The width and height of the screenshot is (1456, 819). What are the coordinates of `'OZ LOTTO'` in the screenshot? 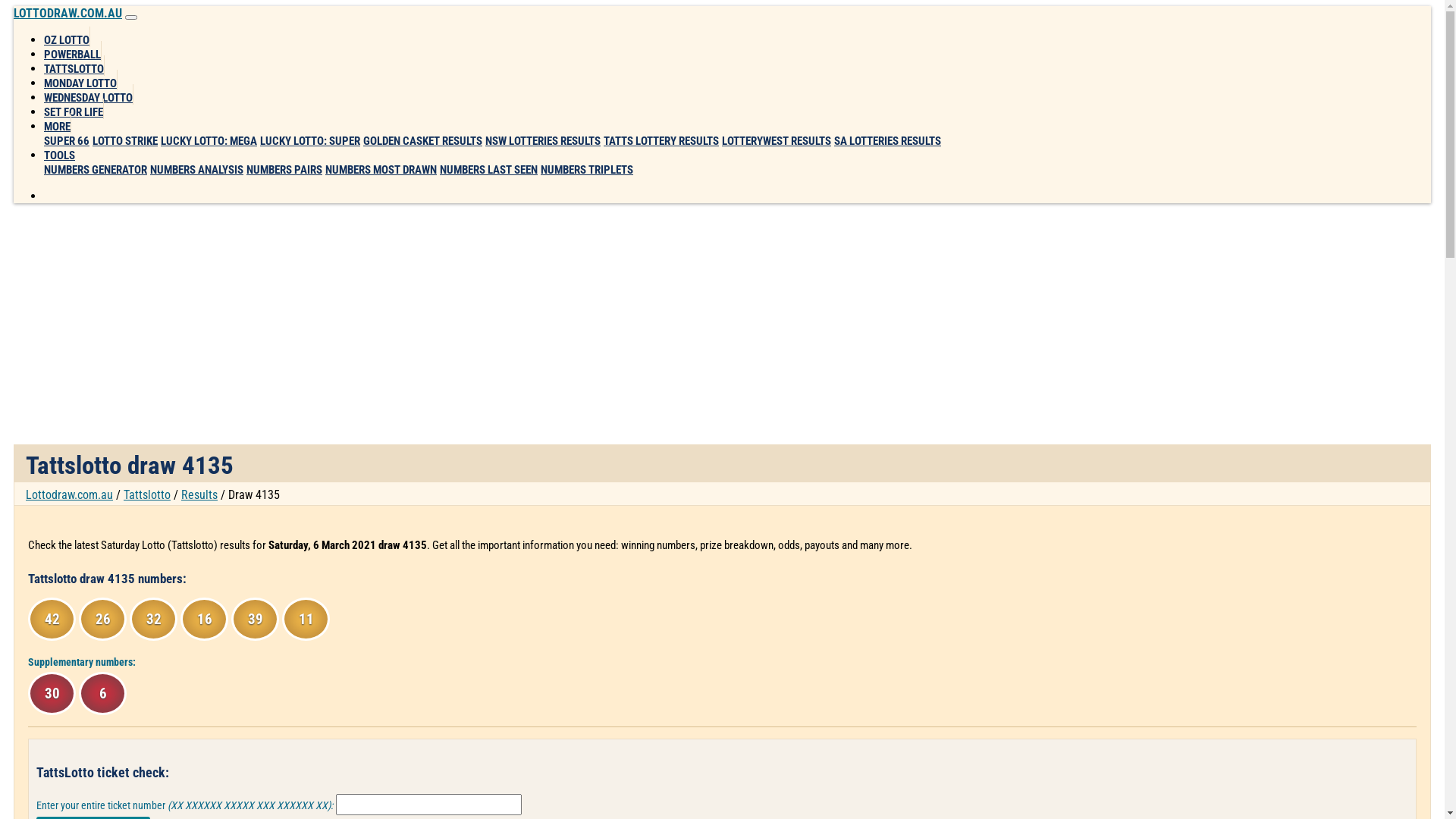 It's located at (66, 36).